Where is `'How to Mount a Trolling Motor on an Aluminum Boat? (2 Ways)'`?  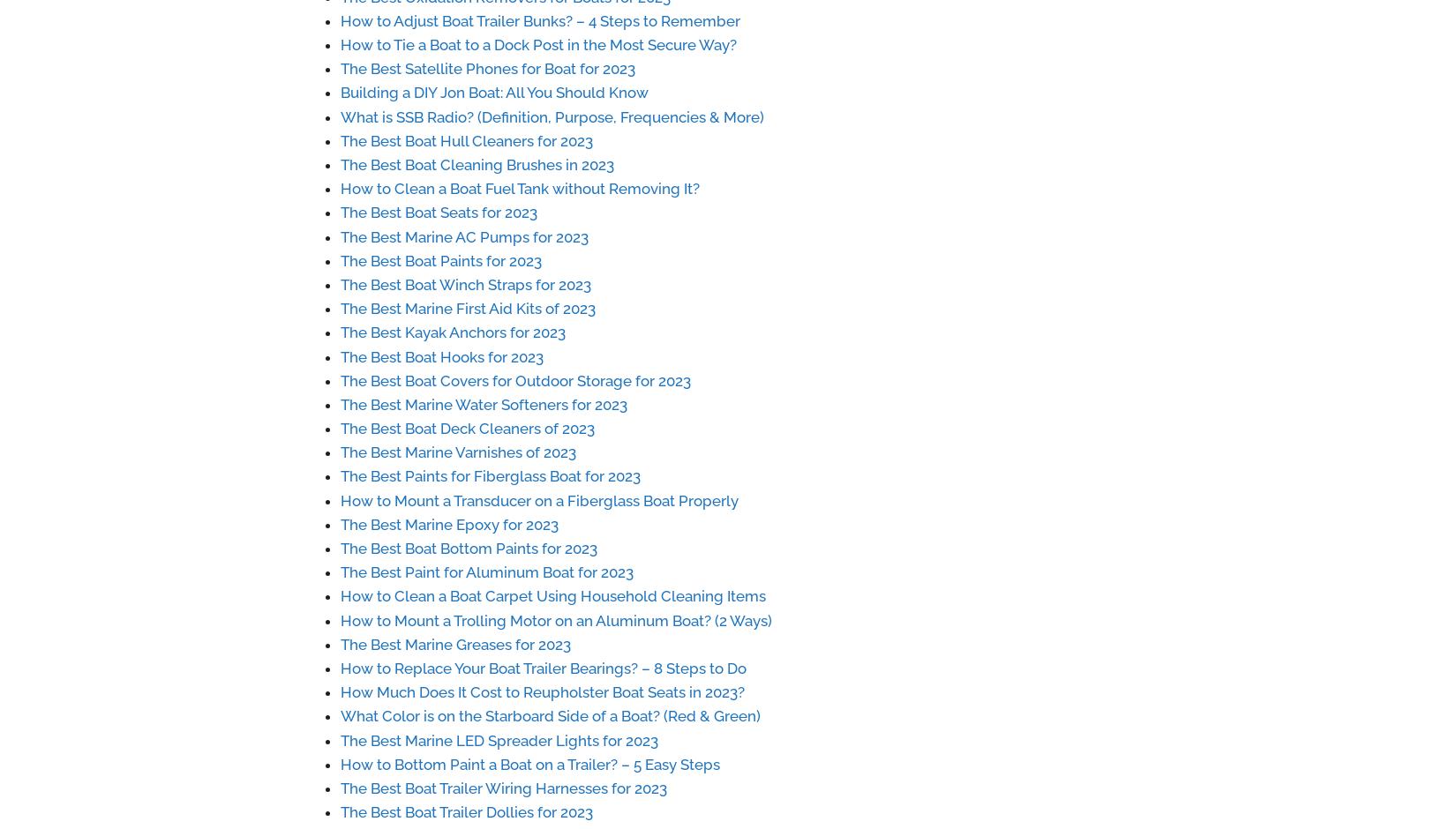 'How to Mount a Trolling Motor on an Aluminum Boat? (2 Ways)' is located at coordinates (555, 619).